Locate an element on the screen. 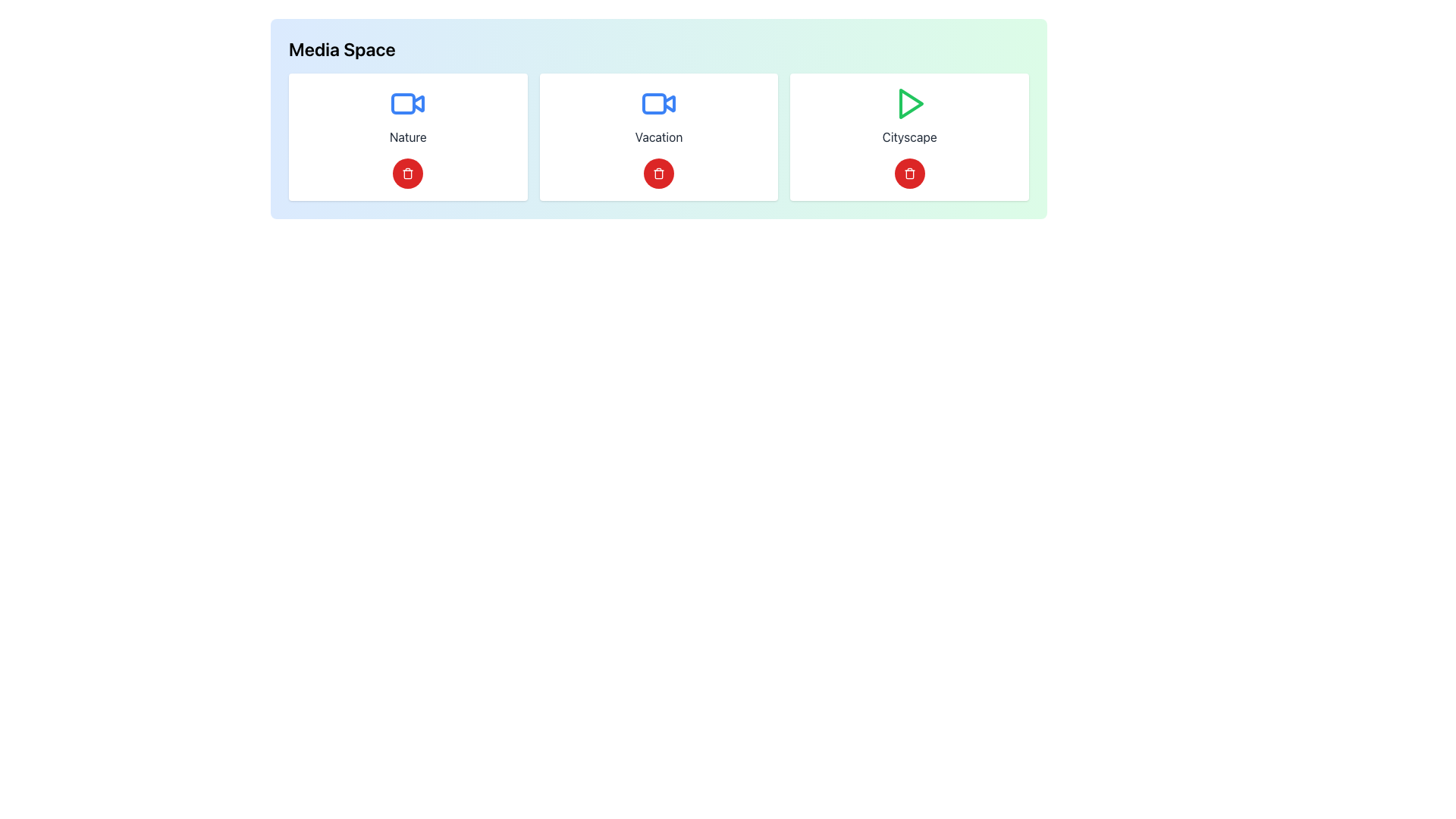  the blue rectangle with rounded corners that is part of the video recorder icon labeled 'Vacation' in the middle card of the three horizontal cards is located at coordinates (654, 103).